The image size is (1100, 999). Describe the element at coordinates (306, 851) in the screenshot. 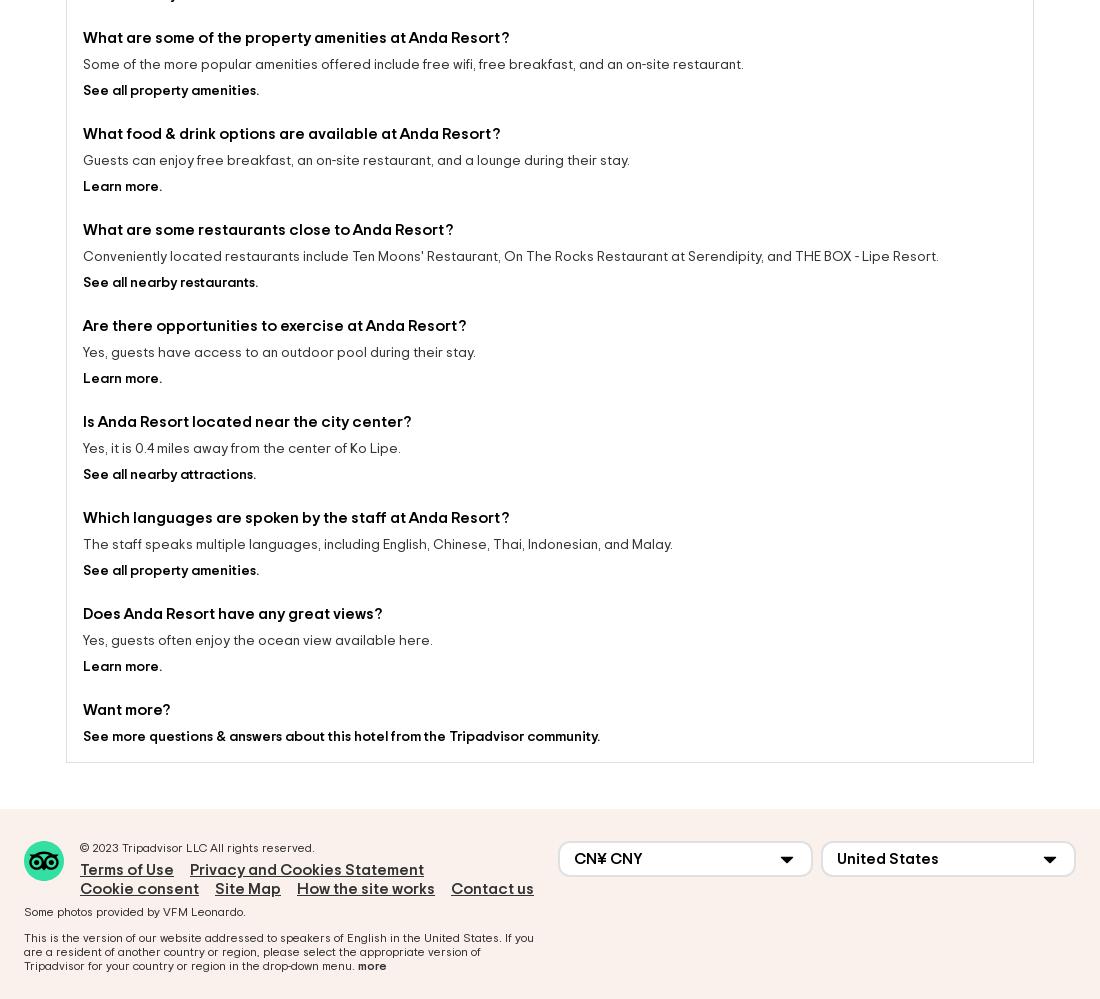

I see `'Privacy and Cookies Statement'` at that location.